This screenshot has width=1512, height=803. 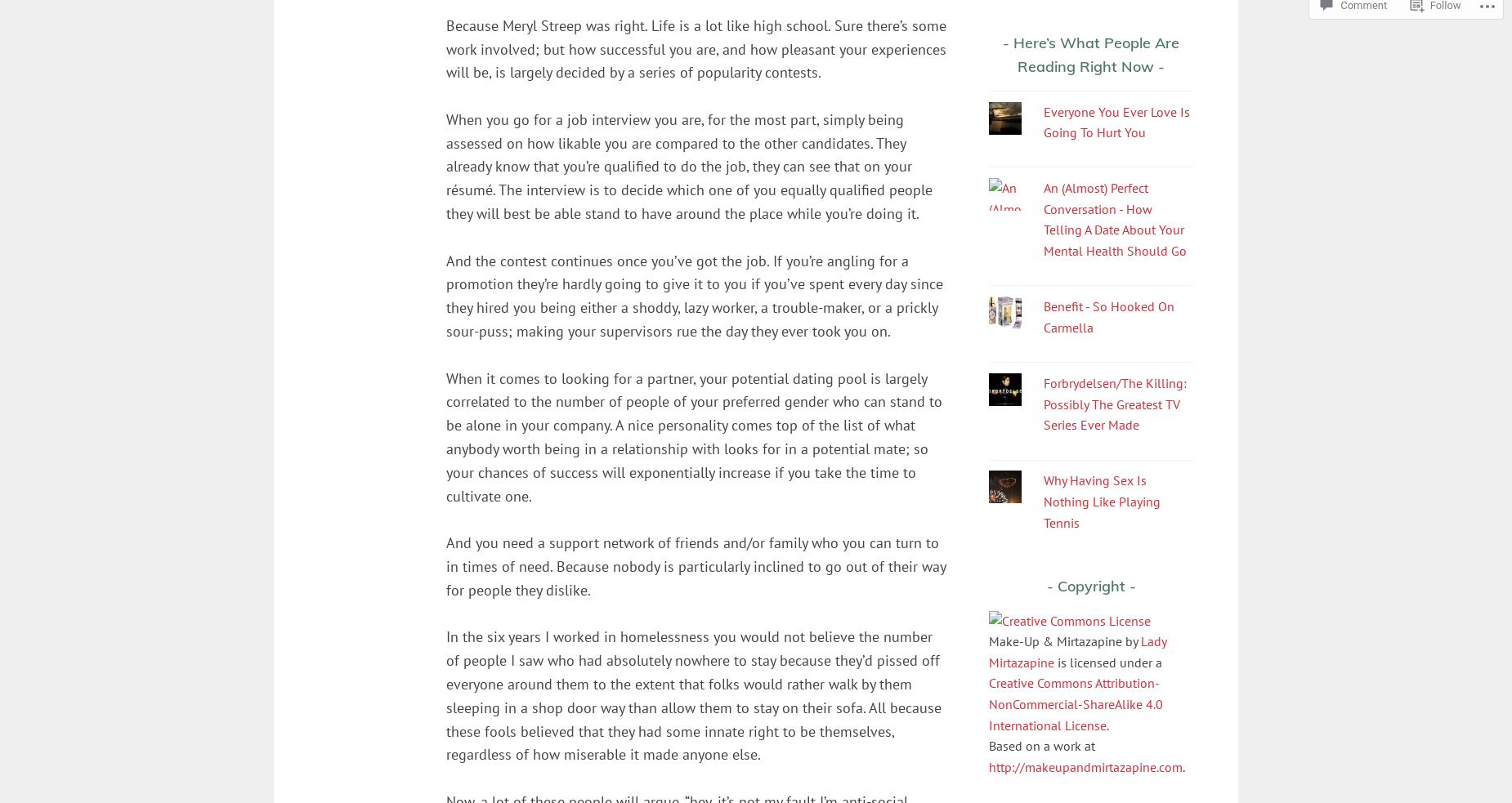 I want to click on 'Forbrydelsen/The Killing: Possibly The Greatest TV Series Ever Made', so click(x=1113, y=404).